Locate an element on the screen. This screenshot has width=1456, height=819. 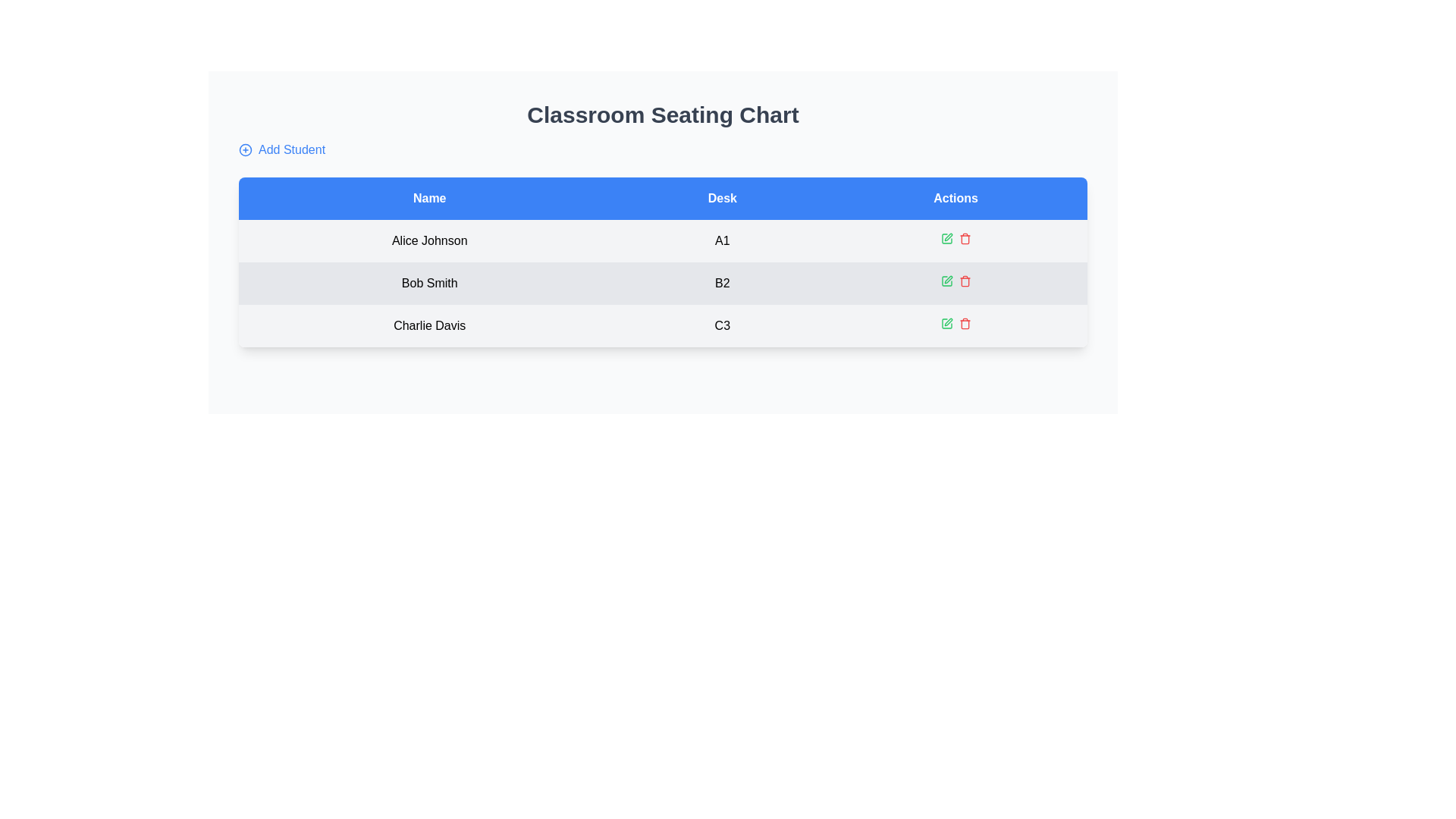
the static text label containing 'Bob Smith' in the second row of the 'Name' column, which is part of a gray background row in a tabular layout is located at coordinates (428, 284).